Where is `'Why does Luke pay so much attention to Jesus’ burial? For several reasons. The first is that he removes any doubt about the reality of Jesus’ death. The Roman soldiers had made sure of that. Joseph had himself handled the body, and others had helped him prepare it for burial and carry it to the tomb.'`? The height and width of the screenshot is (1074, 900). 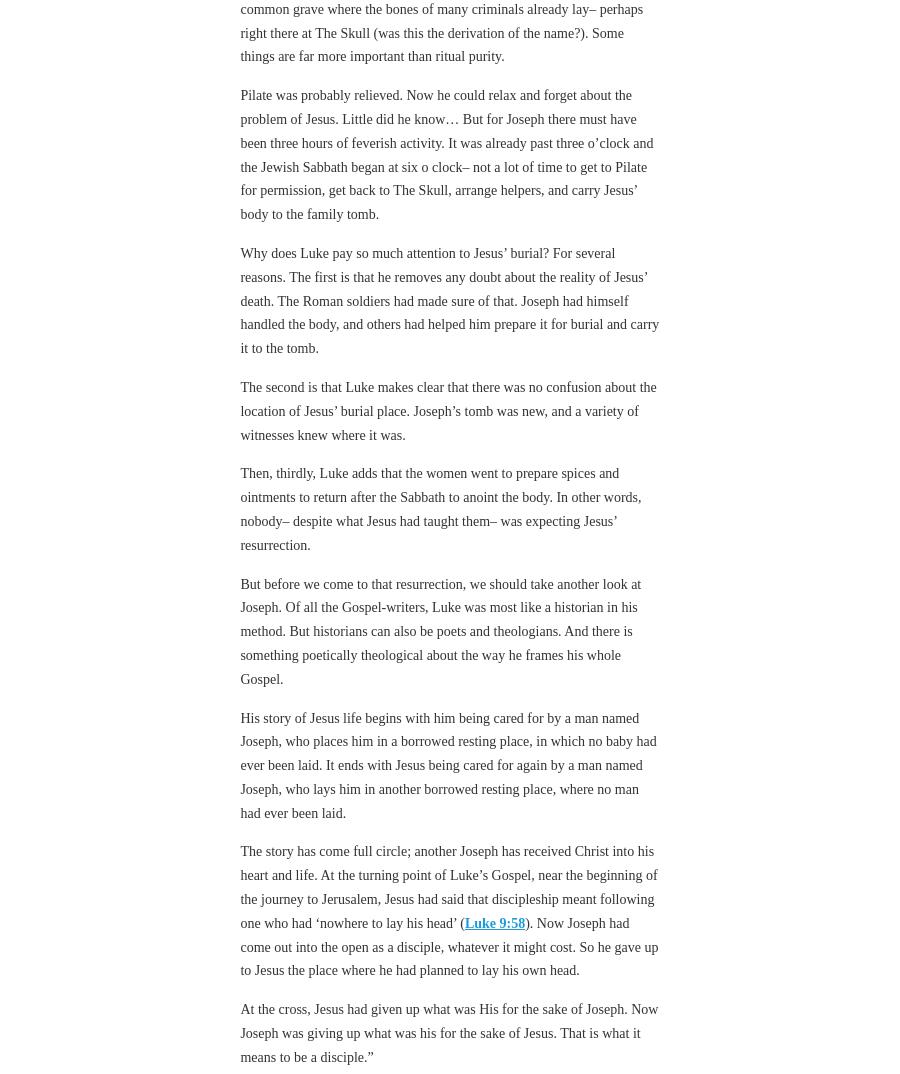
'Why does Luke pay so much attention to Jesus’ burial? For several reasons. The first is that he removes any doubt about the reality of Jesus’ death. The Roman soldiers had made sure of that. Joseph had himself handled the body, and others had helped him prepare it for burial and carry it to the tomb.' is located at coordinates (239, 300).